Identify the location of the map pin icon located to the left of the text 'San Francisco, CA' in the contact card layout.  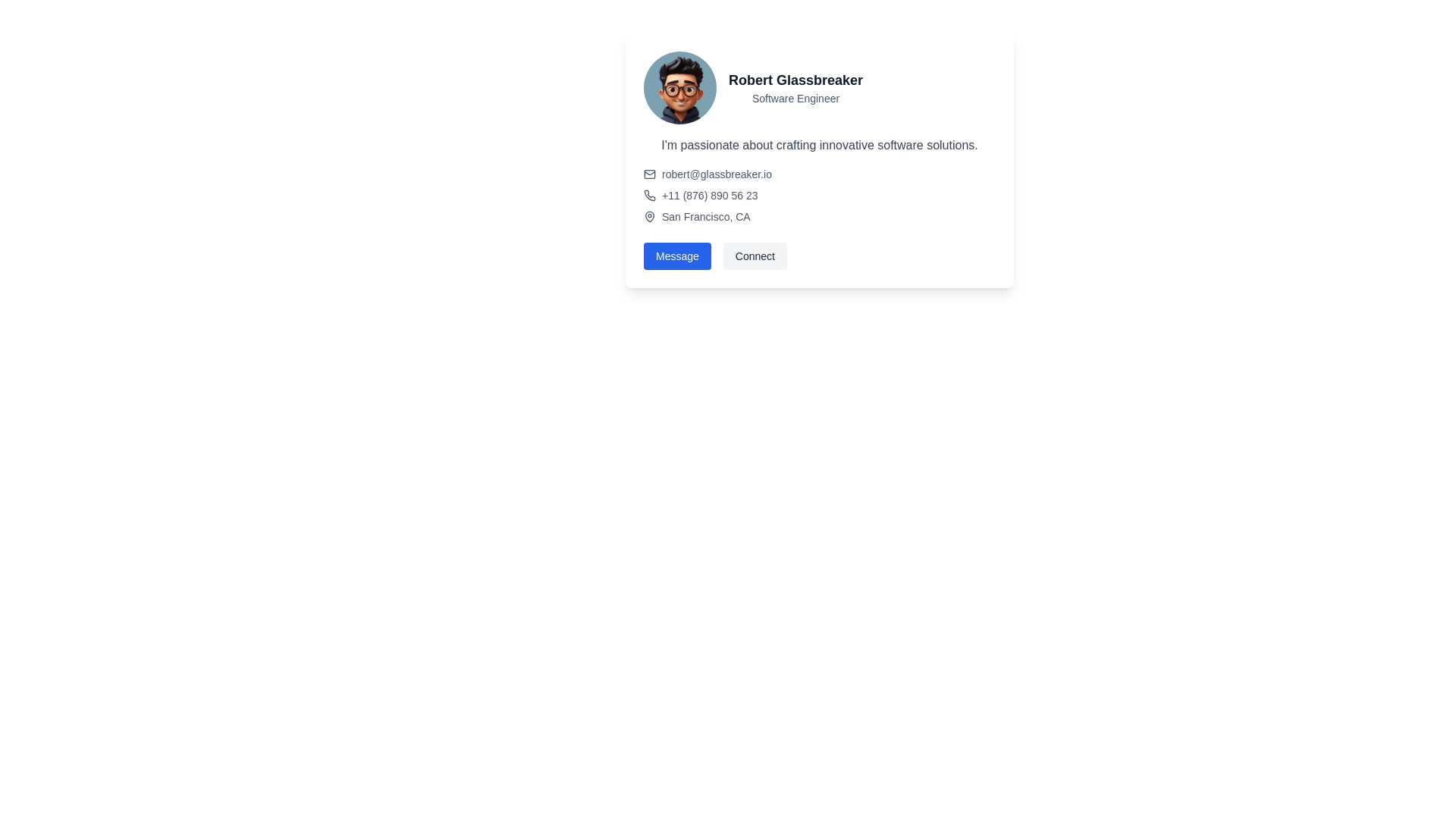
(650, 216).